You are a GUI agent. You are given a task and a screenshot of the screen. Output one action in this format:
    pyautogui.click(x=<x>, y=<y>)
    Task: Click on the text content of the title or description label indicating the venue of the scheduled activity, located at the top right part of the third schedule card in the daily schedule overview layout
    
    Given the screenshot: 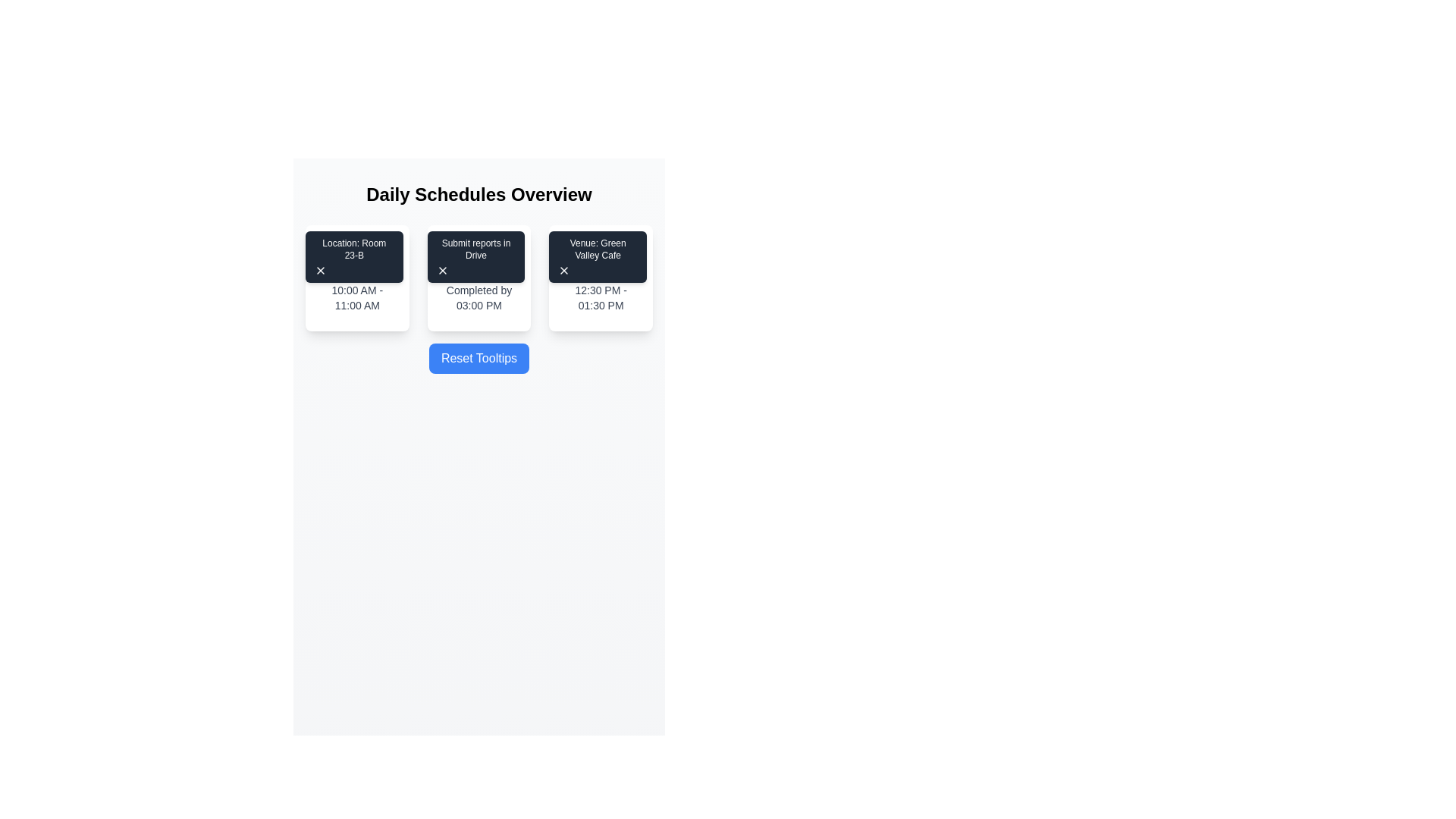 What is the action you would take?
    pyautogui.click(x=597, y=248)
    